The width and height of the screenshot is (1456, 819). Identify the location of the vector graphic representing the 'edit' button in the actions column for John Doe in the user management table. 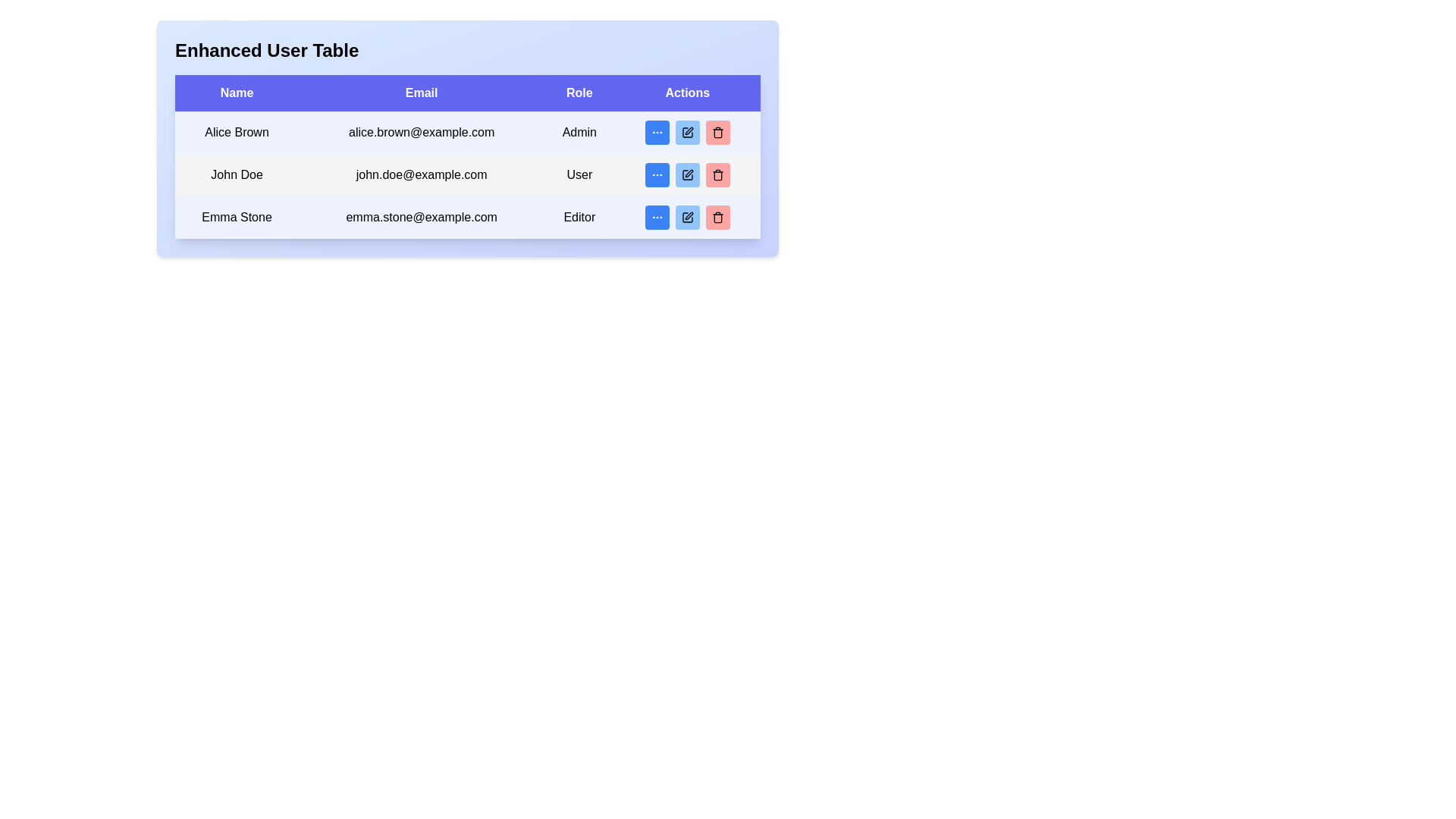
(686, 131).